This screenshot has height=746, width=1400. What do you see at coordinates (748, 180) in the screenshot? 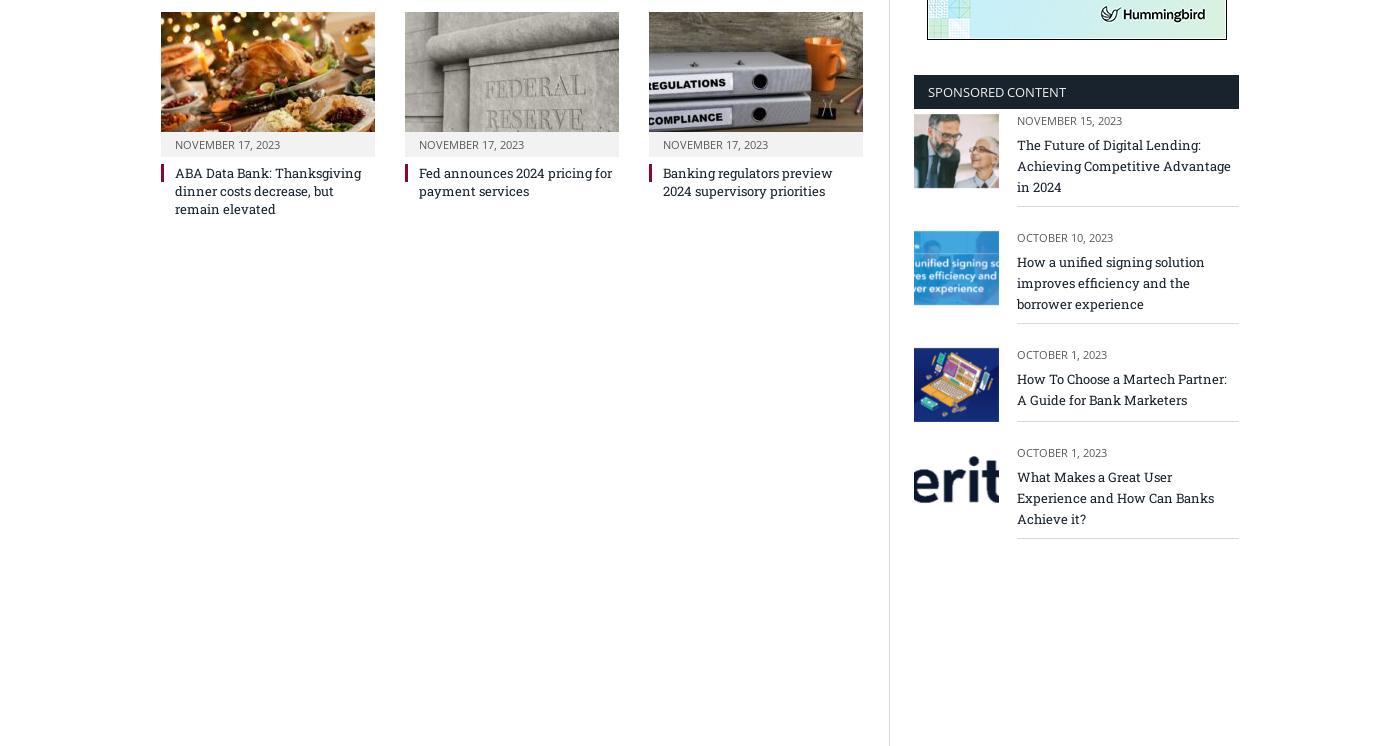
I see `'Banking regulators preview 2024 supervisory priorities'` at bounding box center [748, 180].